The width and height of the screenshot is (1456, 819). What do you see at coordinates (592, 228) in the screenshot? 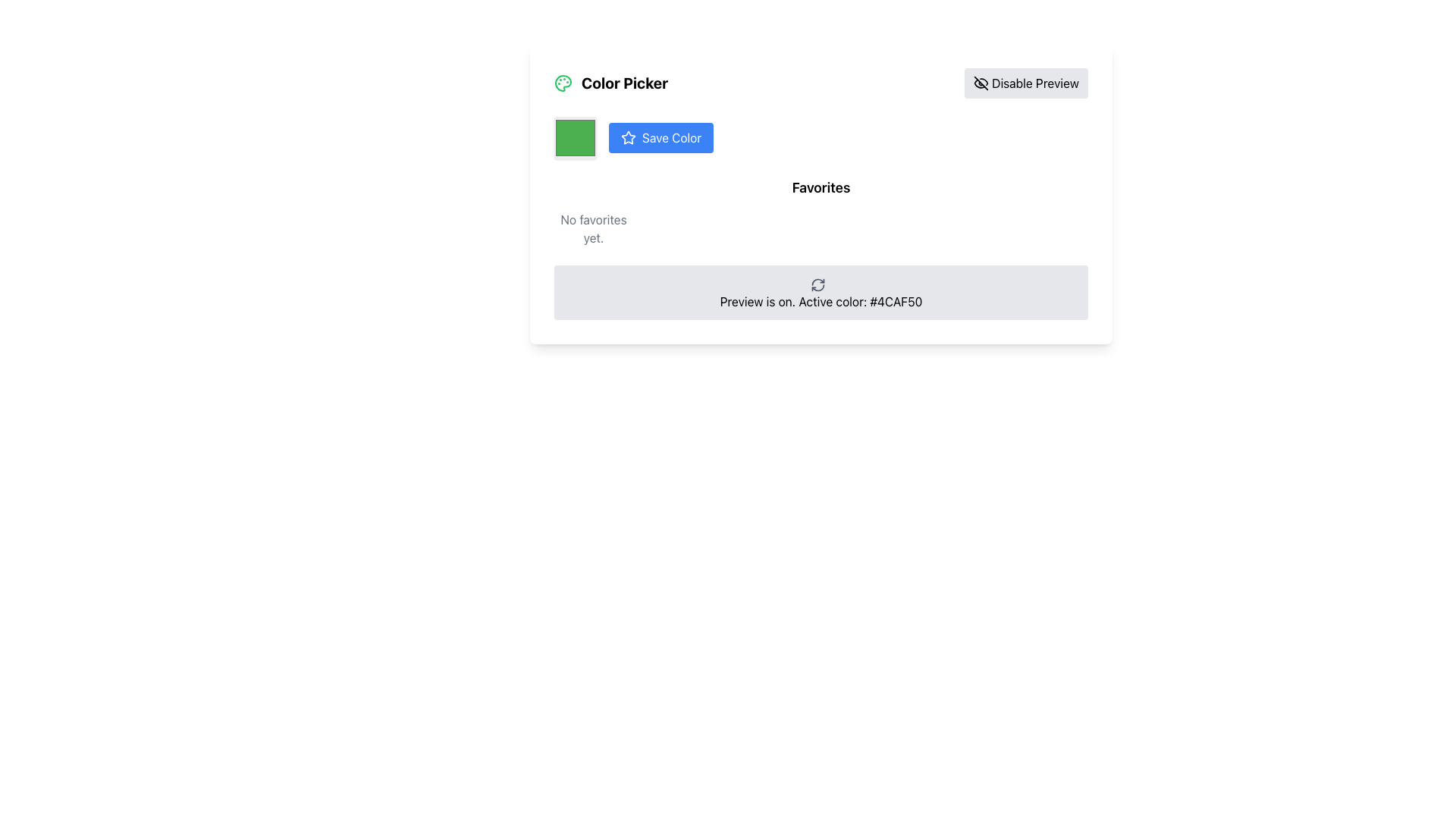
I see `the text label displaying 'No favorites yet.' in light gray font, located in the top left quadrant of its card-like interface` at bounding box center [592, 228].